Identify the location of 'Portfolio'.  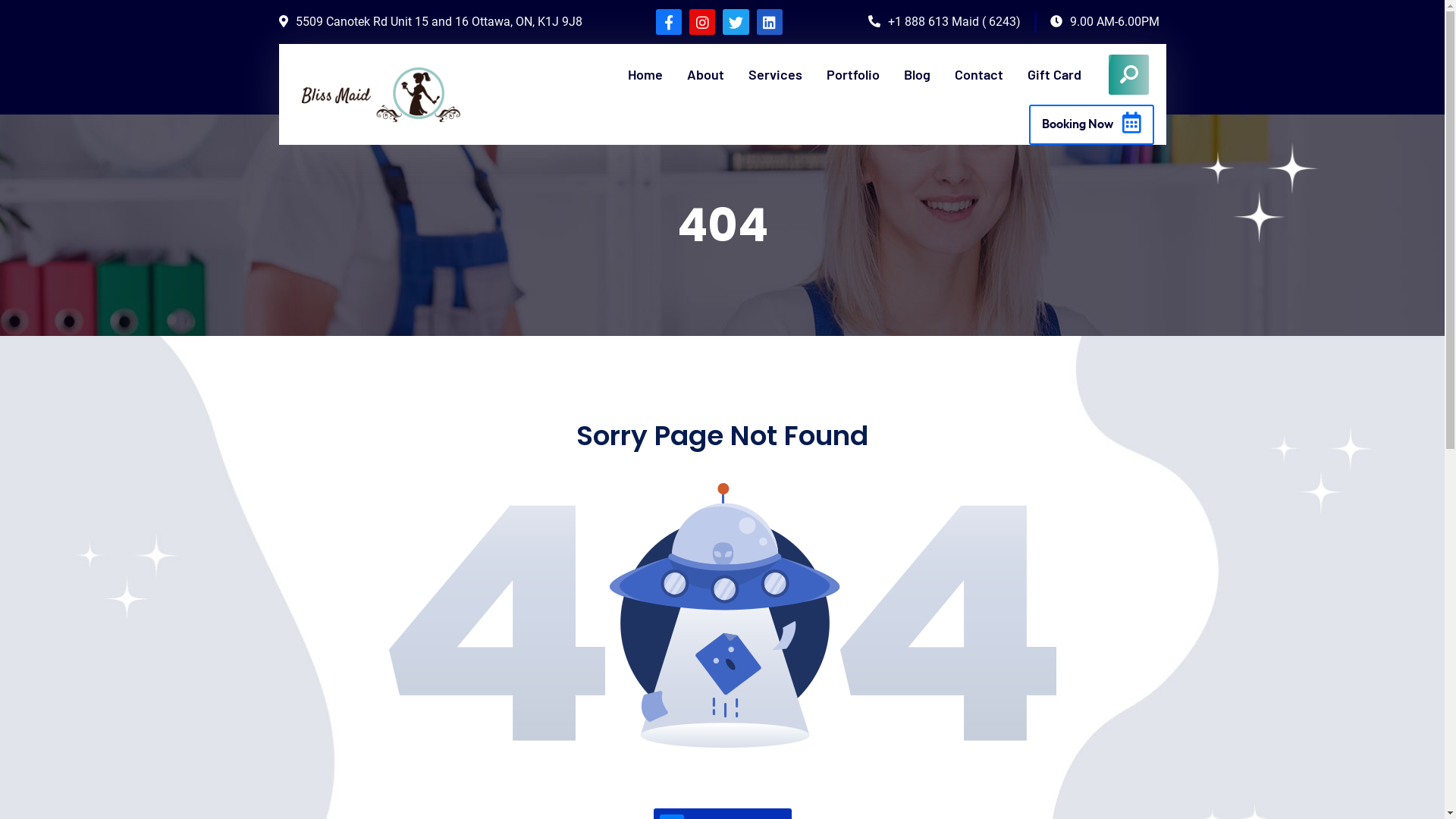
(852, 74).